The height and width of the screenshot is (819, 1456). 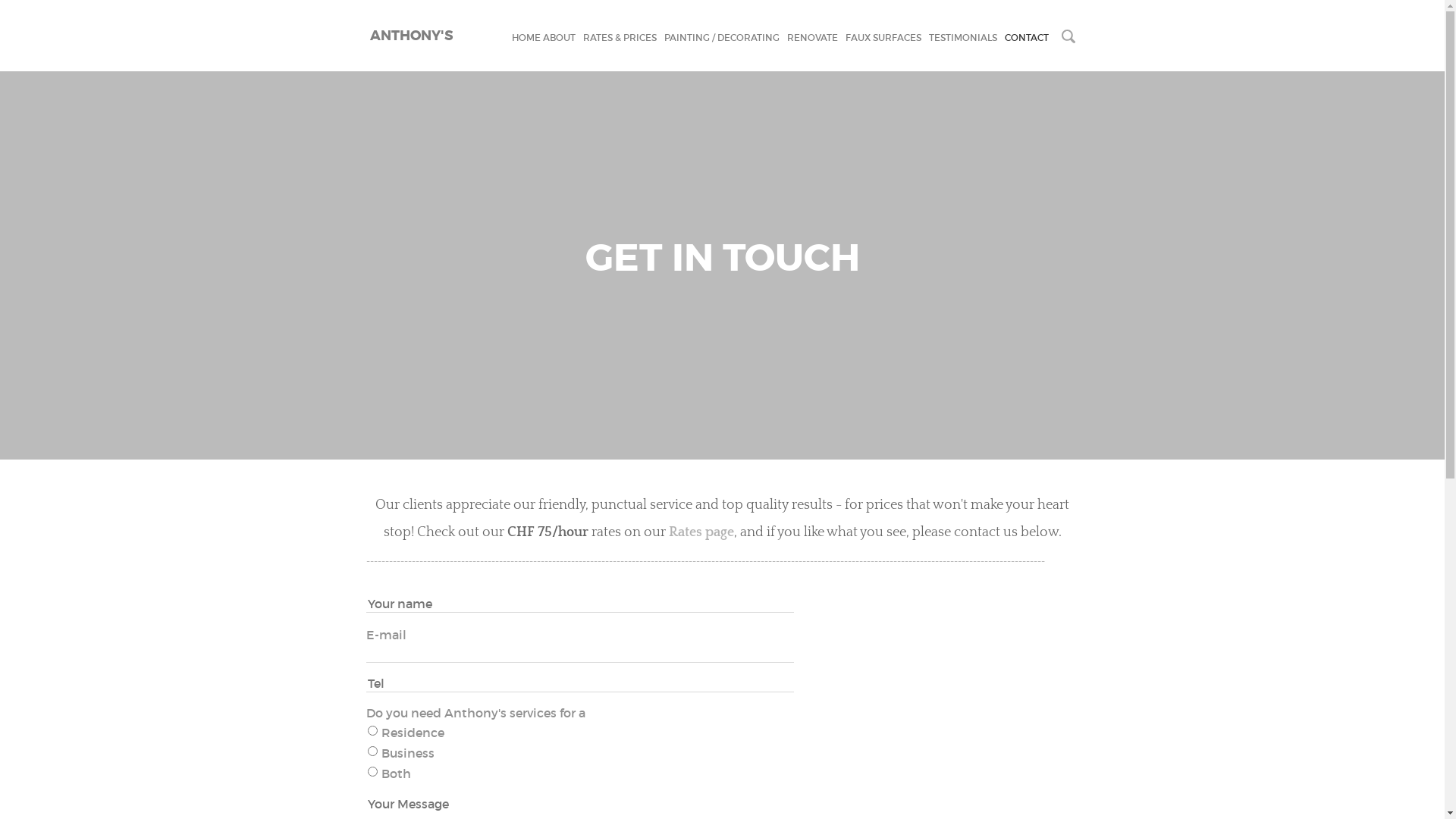 I want to click on 'RATES & PRICES', so click(x=582, y=36).